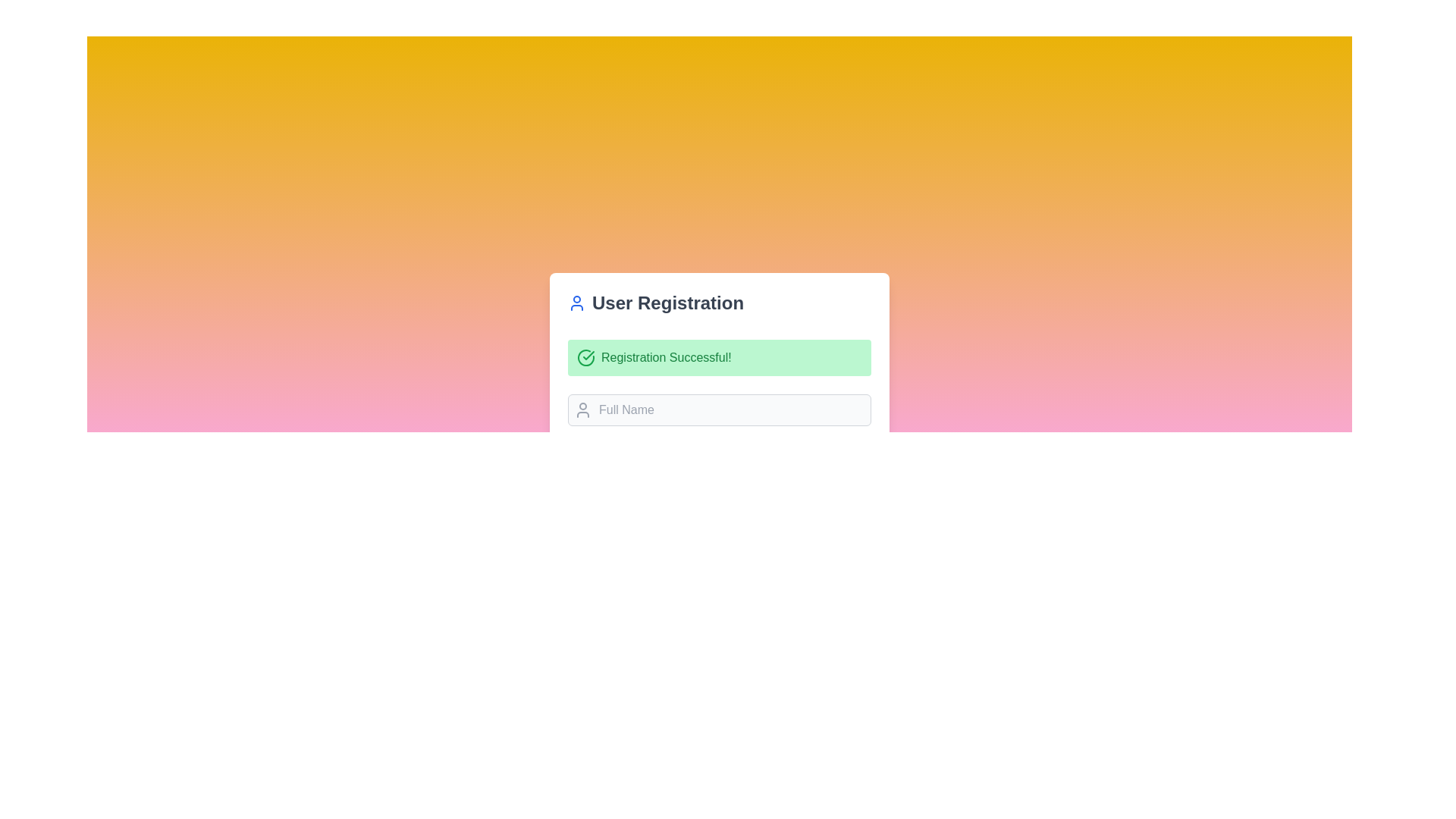 This screenshot has height=819, width=1456. Describe the element at coordinates (585, 357) in the screenshot. I see `the circular graphical component that represents a portion of a circle, located next to the text 'Registration Successful!' within the green confirmation bar` at that location.